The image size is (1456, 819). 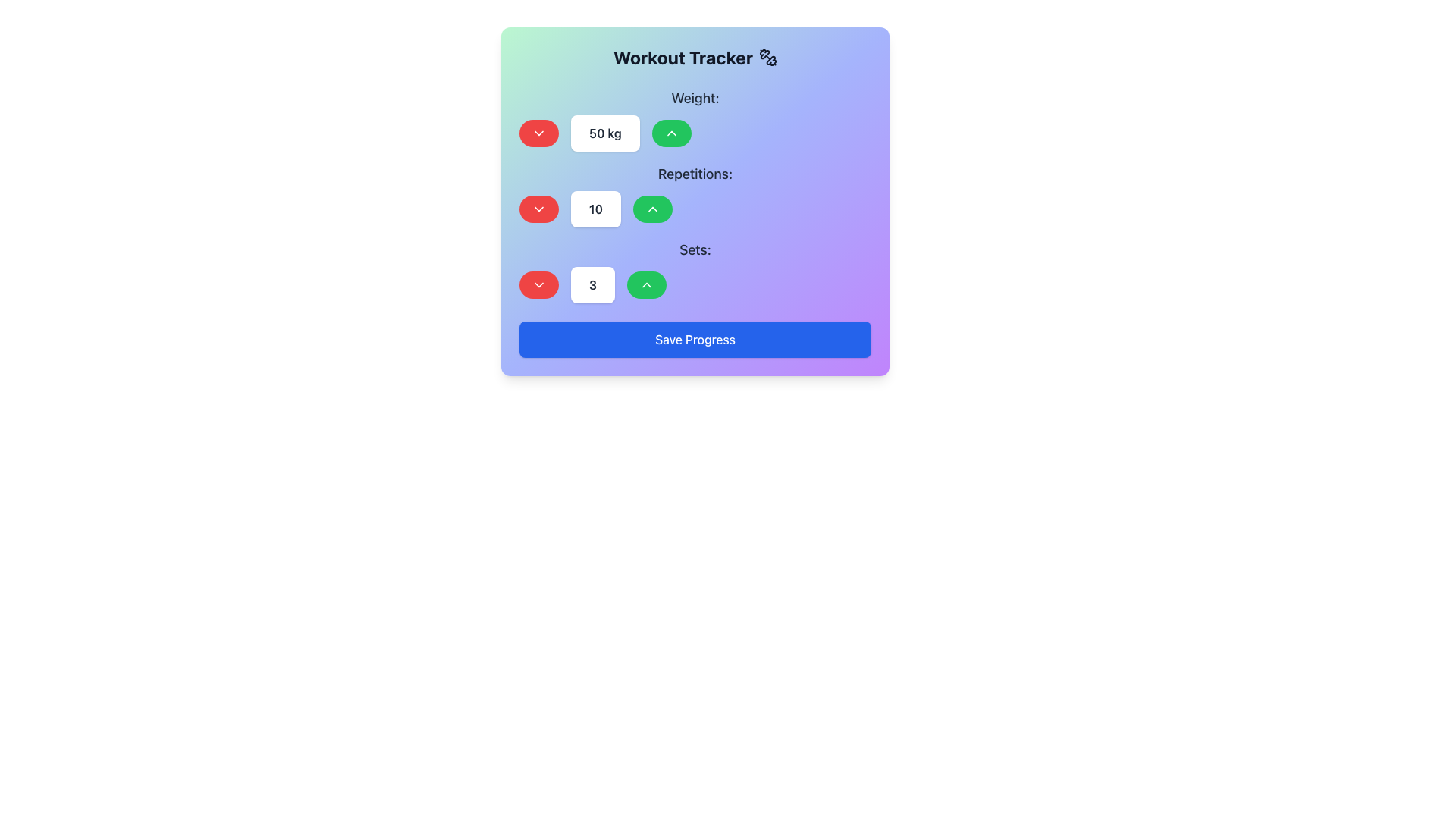 What do you see at coordinates (647, 284) in the screenshot?
I see `the 'increase Sets' button in the 'Workout Tracker' interface` at bounding box center [647, 284].